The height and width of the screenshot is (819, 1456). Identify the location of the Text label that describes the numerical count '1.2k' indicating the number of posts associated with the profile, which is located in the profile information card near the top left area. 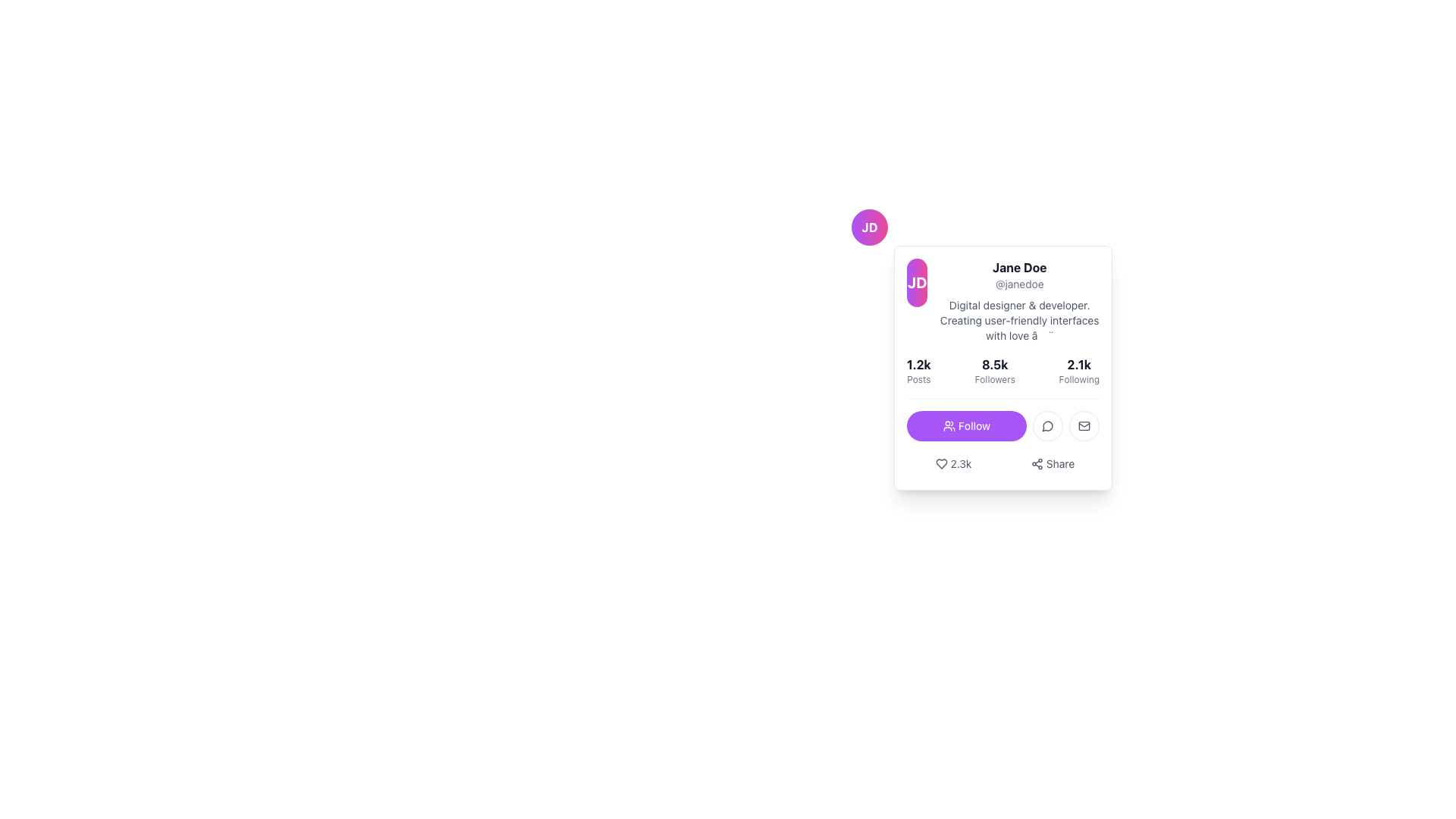
(918, 379).